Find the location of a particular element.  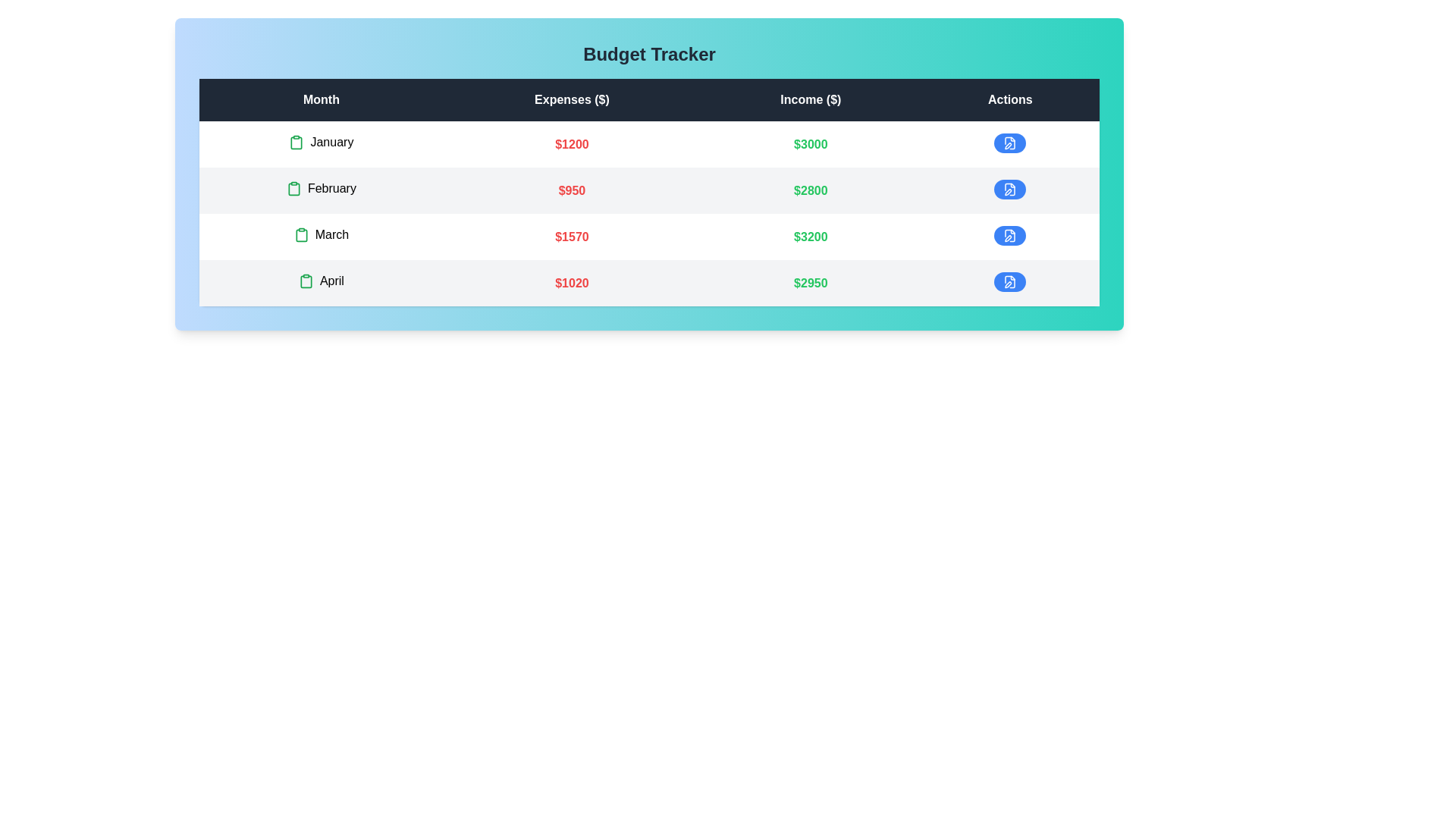

edit button for the row corresponding to January is located at coordinates (1010, 143).